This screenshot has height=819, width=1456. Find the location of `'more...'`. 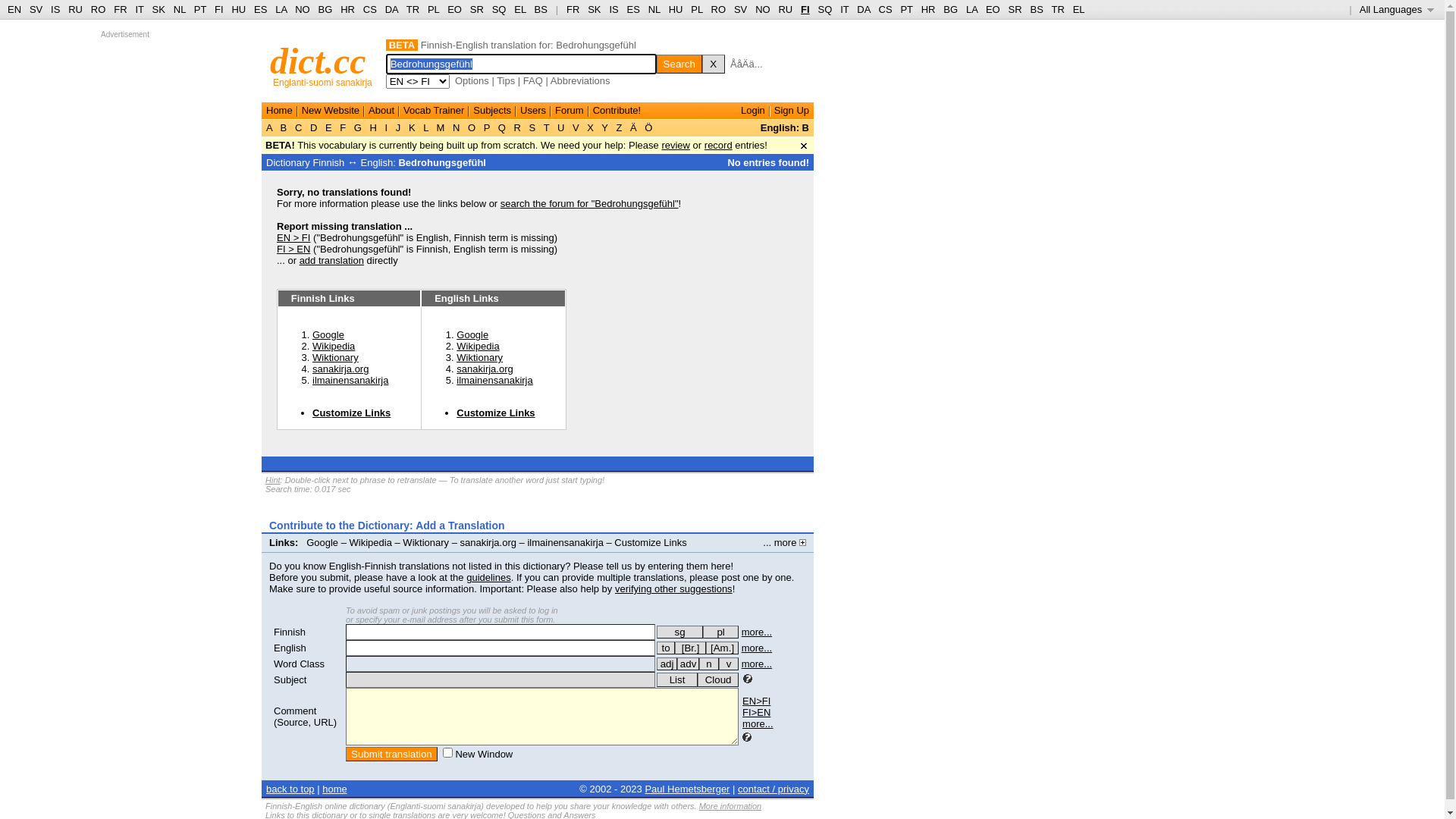

'more...' is located at coordinates (742, 663).